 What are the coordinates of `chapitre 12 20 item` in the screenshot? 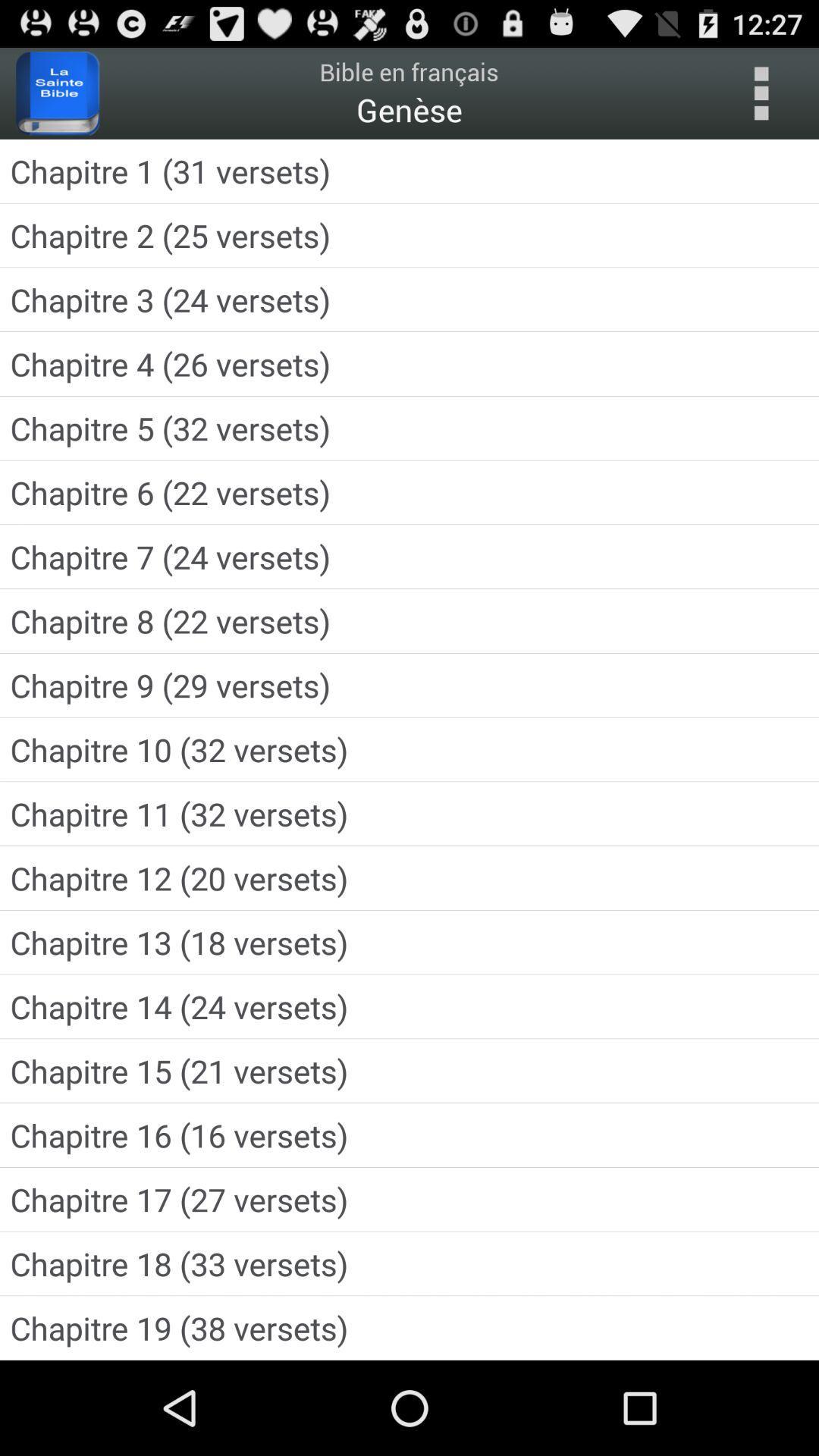 It's located at (409, 877).